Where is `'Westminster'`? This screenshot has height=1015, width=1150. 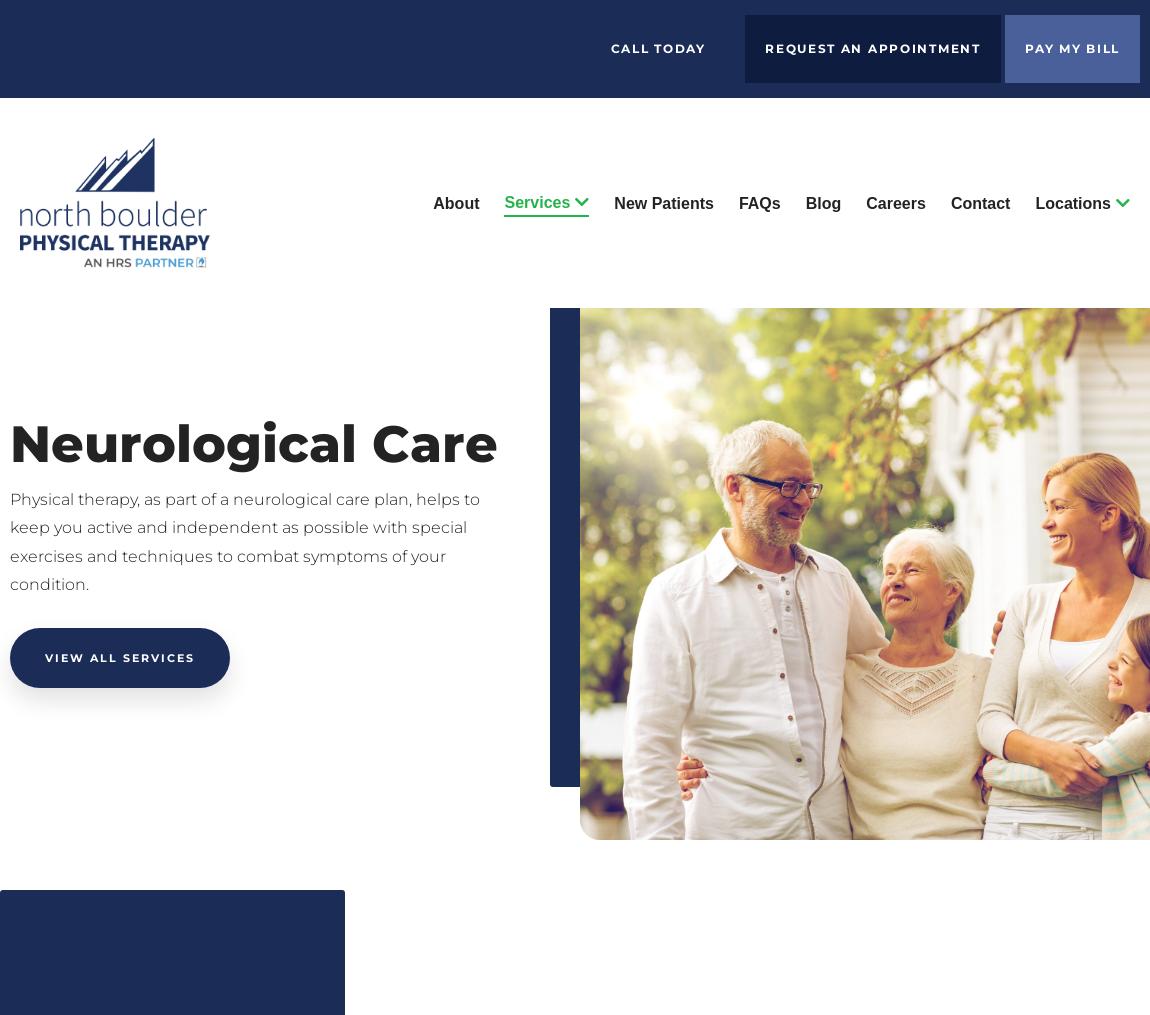
'Westminster' is located at coordinates (907, 347).